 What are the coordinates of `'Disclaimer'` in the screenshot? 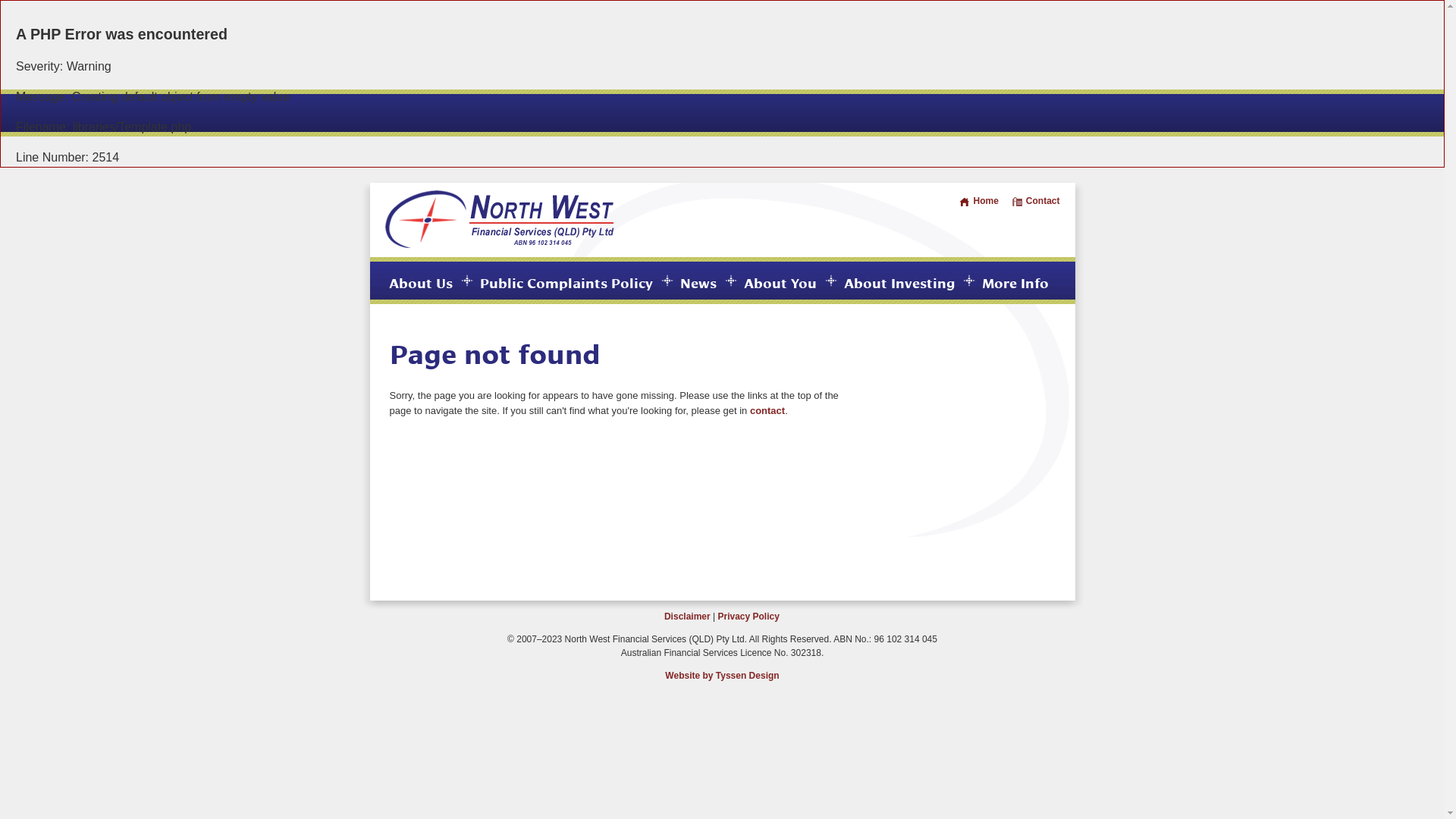 It's located at (686, 617).